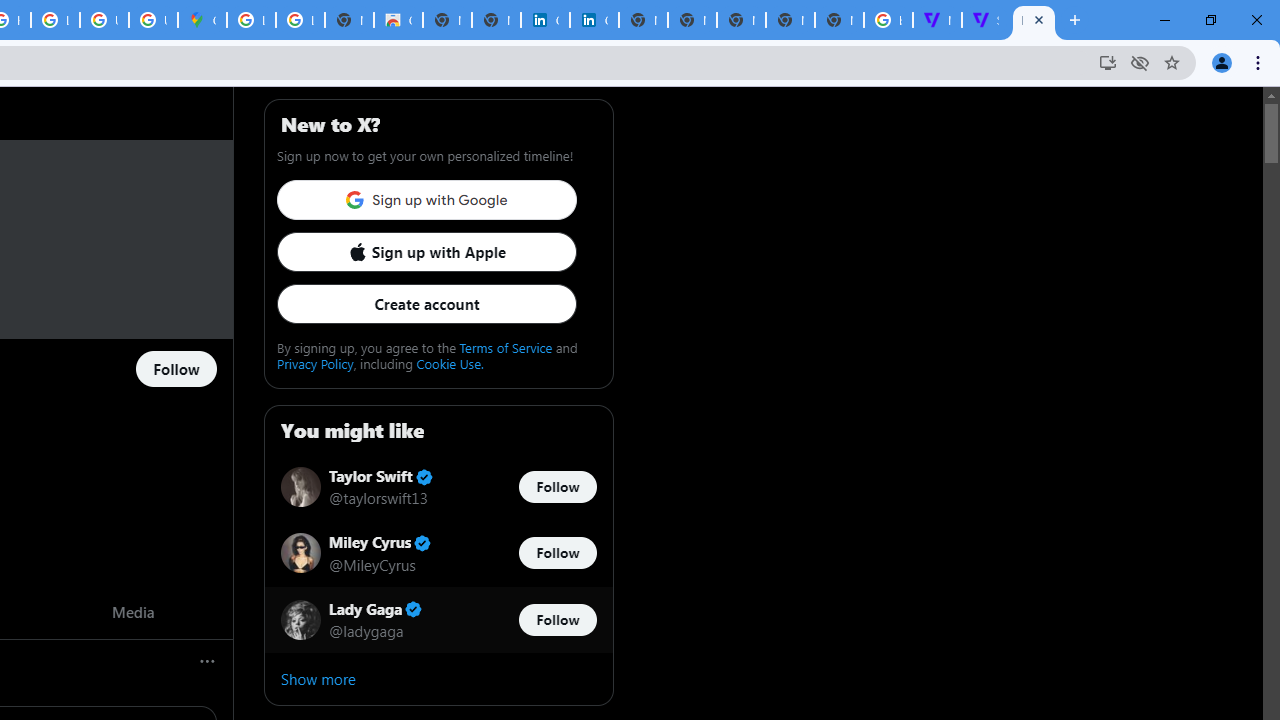 The width and height of the screenshot is (1280, 720). Describe the element at coordinates (376, 608) in the screenshot. I see `'Lady Gaga Verified account'` at that location.